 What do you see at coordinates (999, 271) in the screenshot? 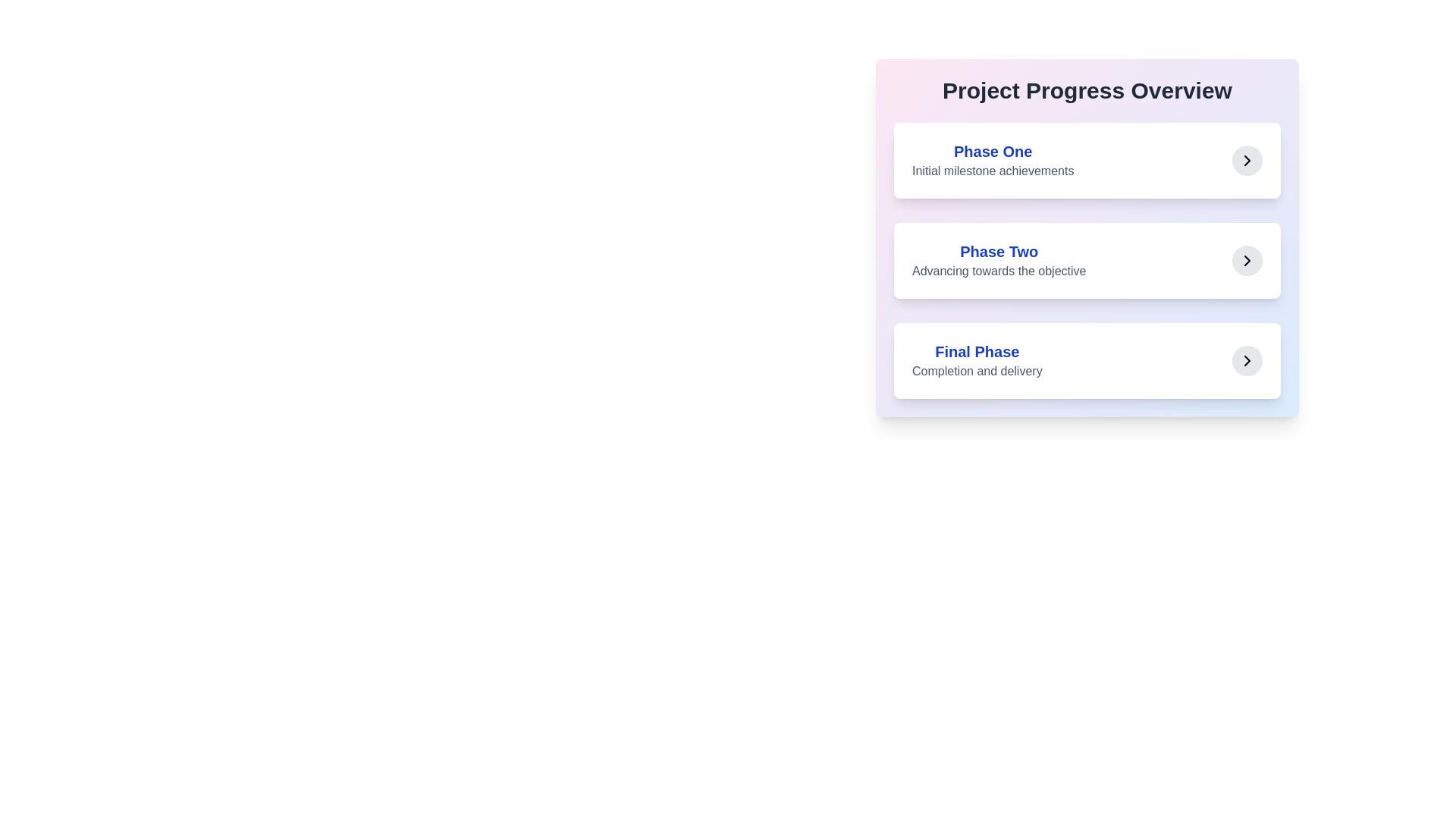
I see `text description displayed in the Text Label element that reads 'Advancing towards the objective', which is located in the 'Phase Two' section of the 'Project Progress Overview'` at bounding box center [999, 271].